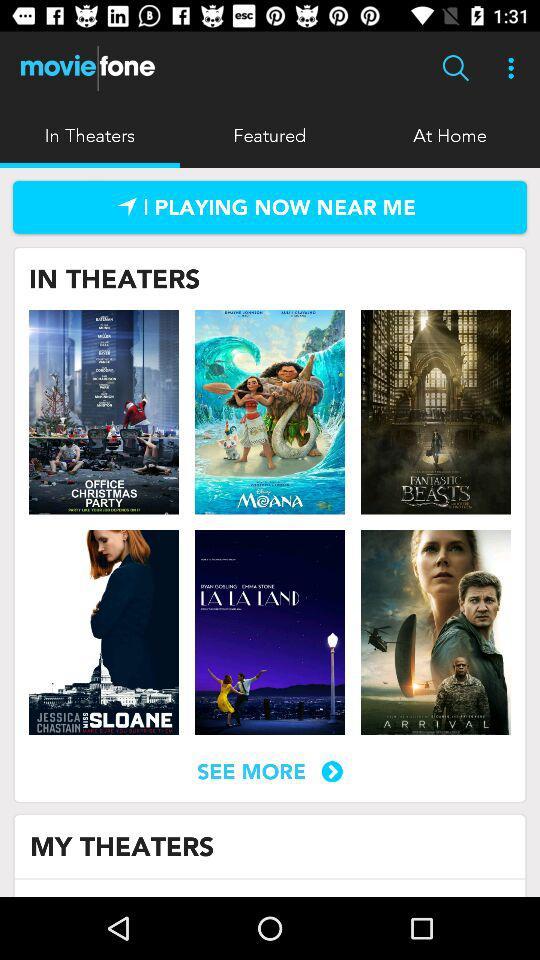 The height and width of the screenshot is (960, 540). I want to click on the item at the bottom left corner, so click(122, 845).